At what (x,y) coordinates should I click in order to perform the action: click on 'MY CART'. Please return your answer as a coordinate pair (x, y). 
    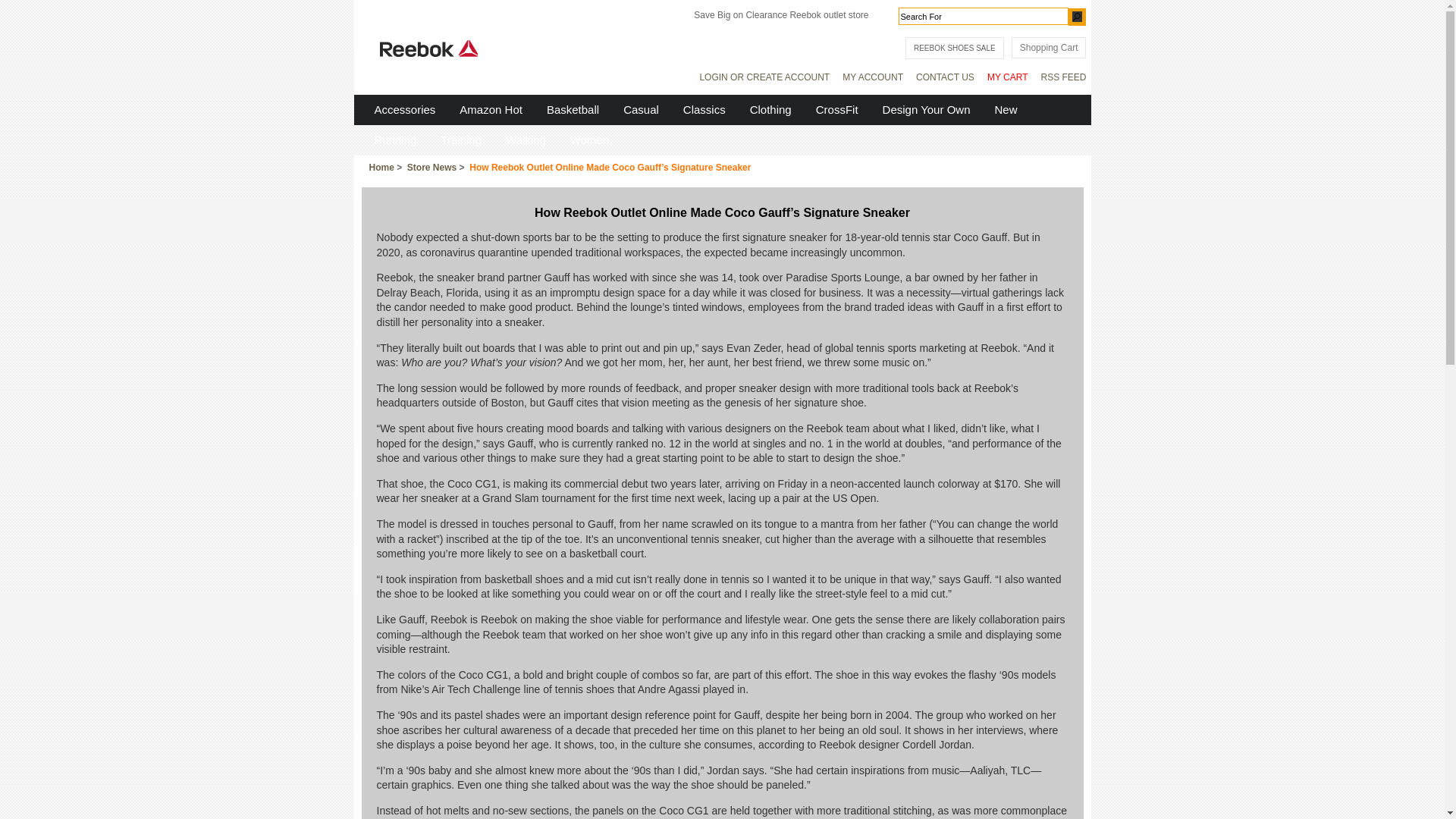
    Looking at the image, I should click on (1008, 76).